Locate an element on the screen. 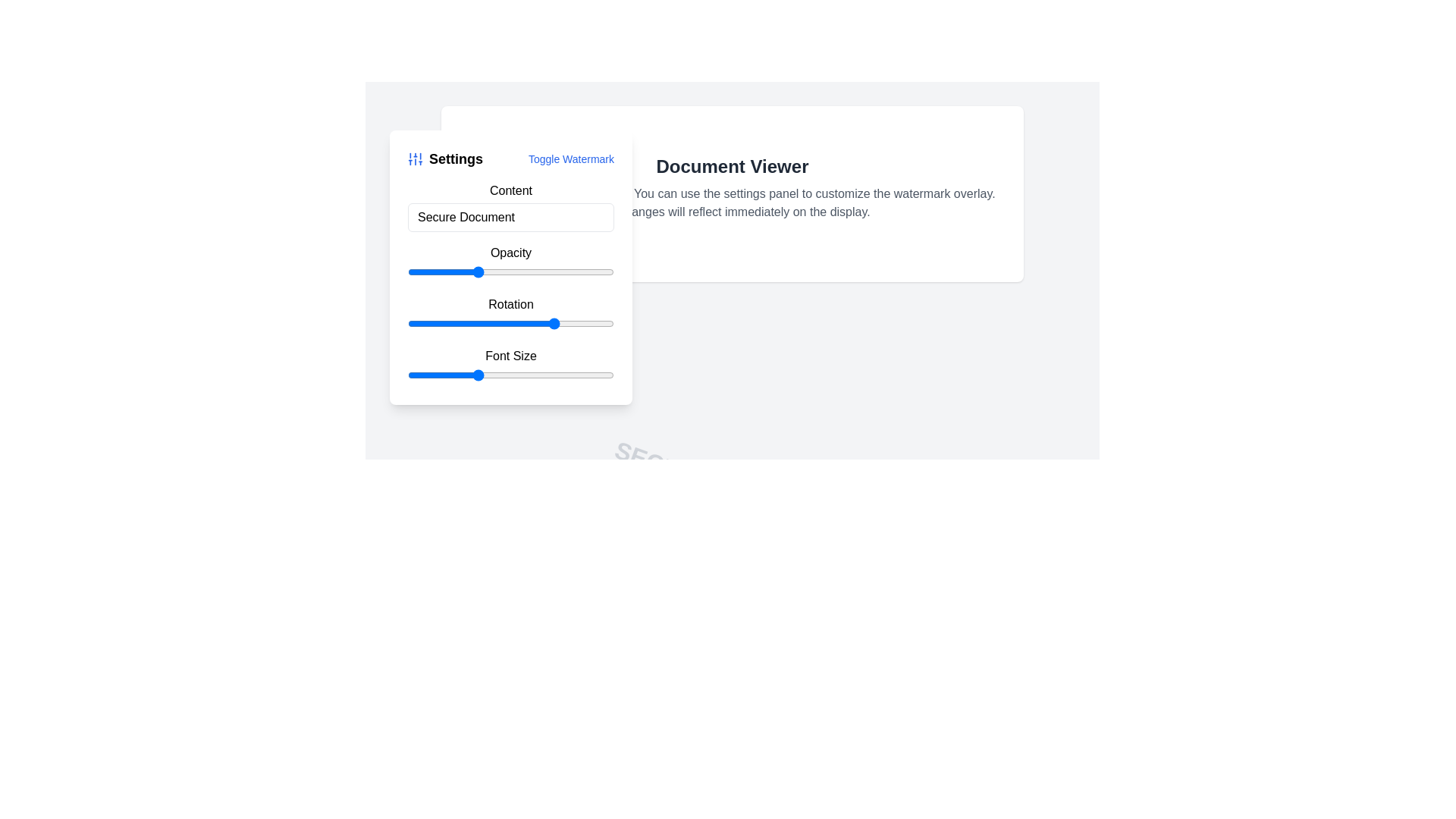  the label 'Font Size' is located at coordinates (510, 356).